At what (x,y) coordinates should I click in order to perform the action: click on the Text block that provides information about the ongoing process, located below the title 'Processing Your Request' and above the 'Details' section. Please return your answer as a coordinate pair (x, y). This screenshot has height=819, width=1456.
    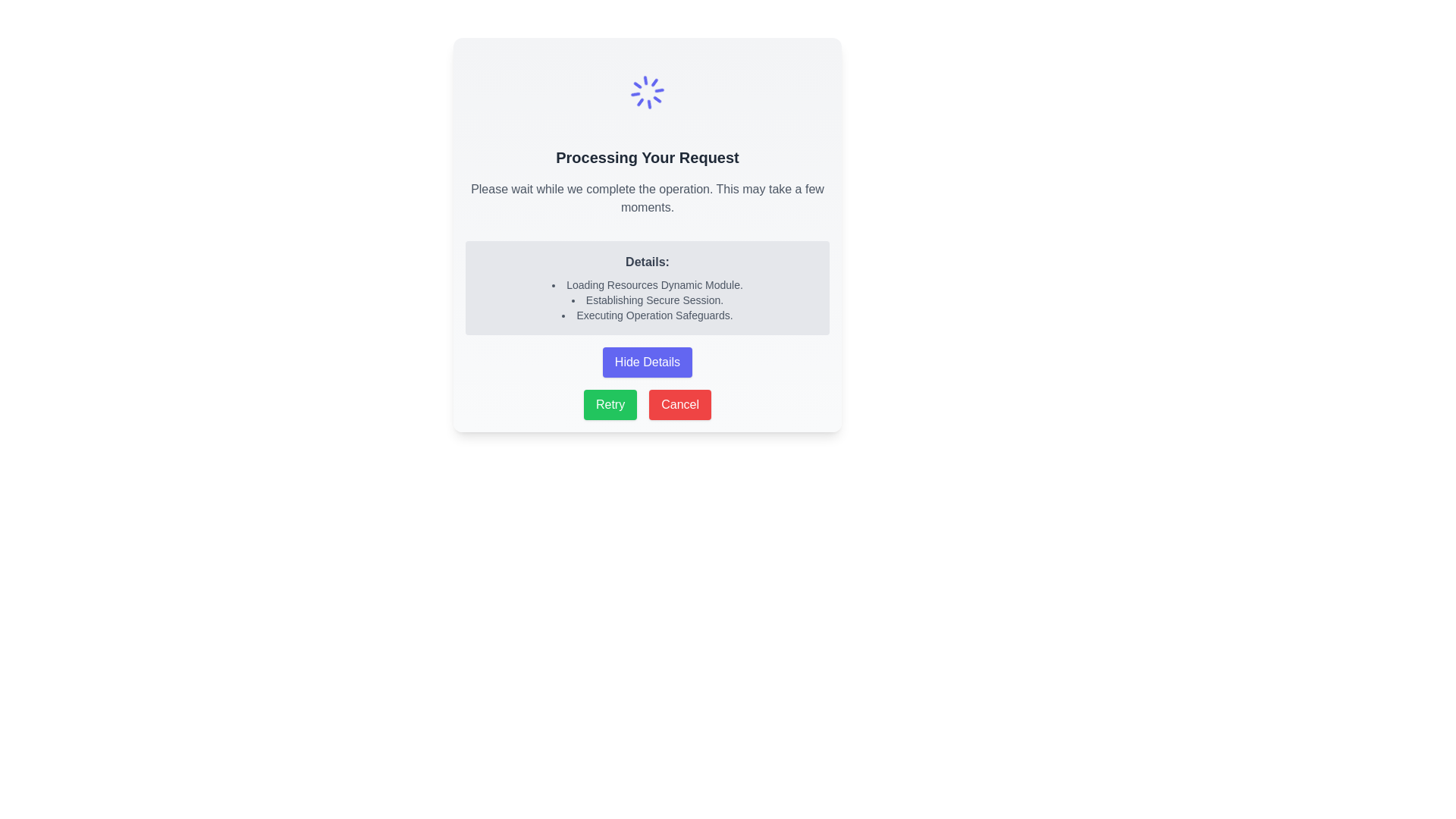
    Looking at the image, I should click on (648, 198).